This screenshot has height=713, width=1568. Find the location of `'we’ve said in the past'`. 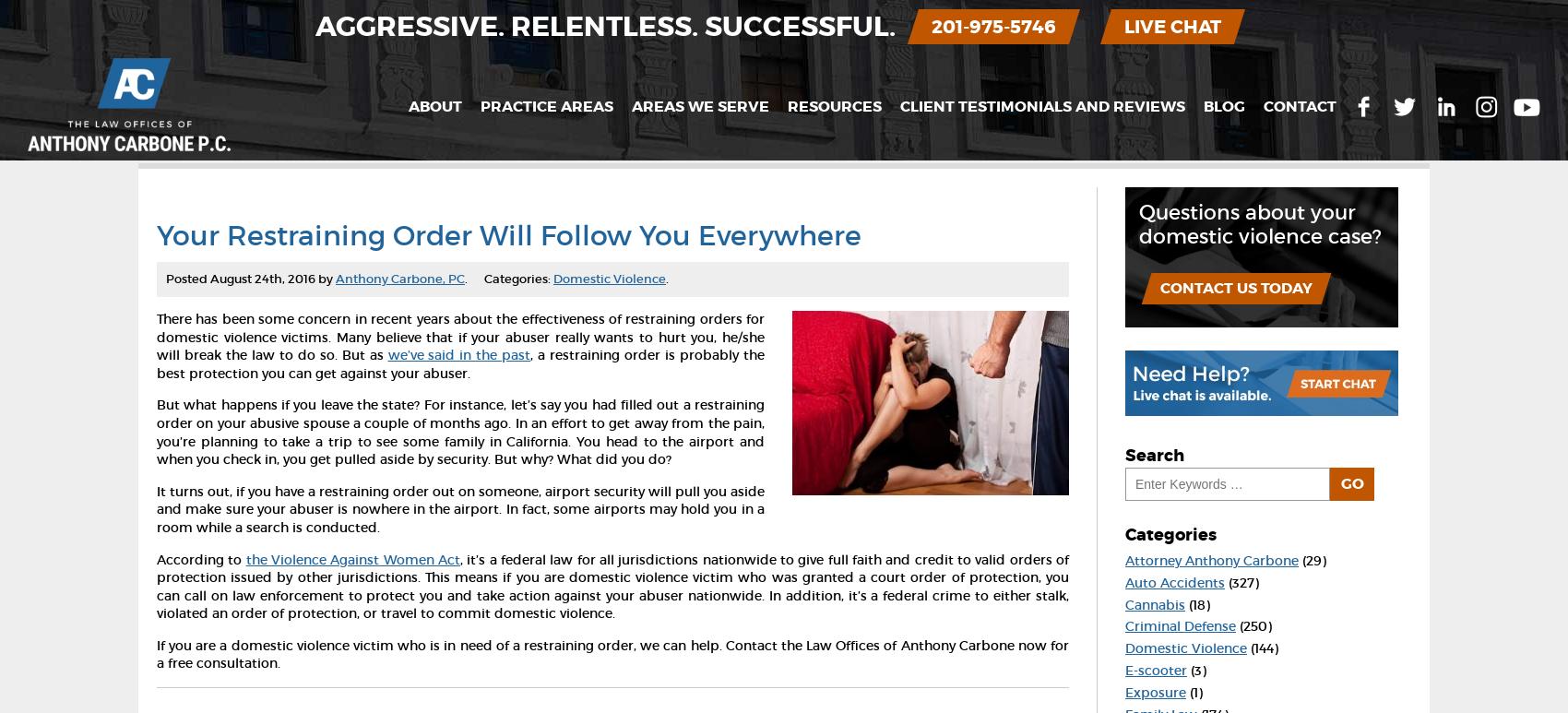

'we’ve said in the past' is located at coordinates (386, 355).